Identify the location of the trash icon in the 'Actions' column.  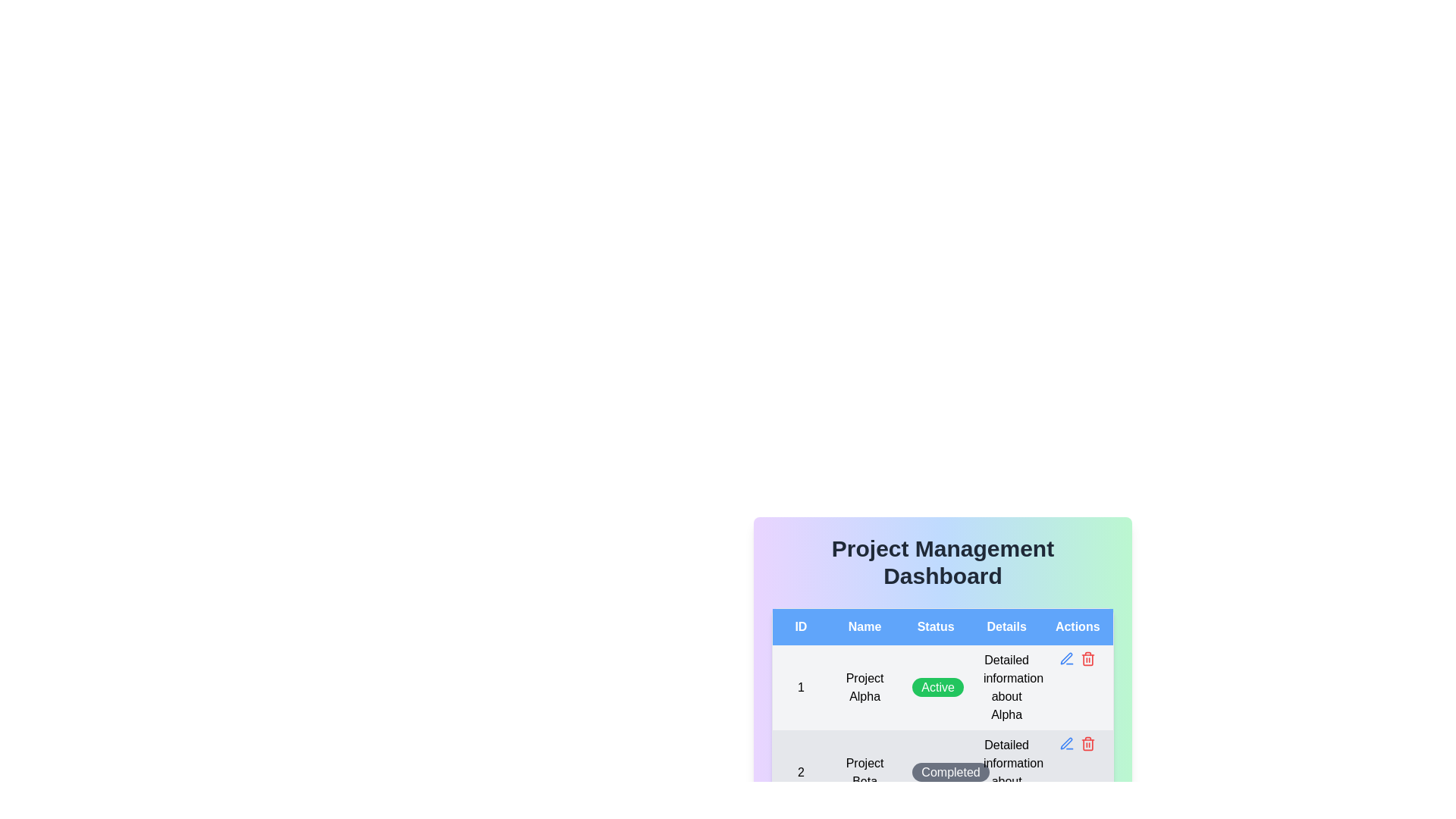
(1087, 657).